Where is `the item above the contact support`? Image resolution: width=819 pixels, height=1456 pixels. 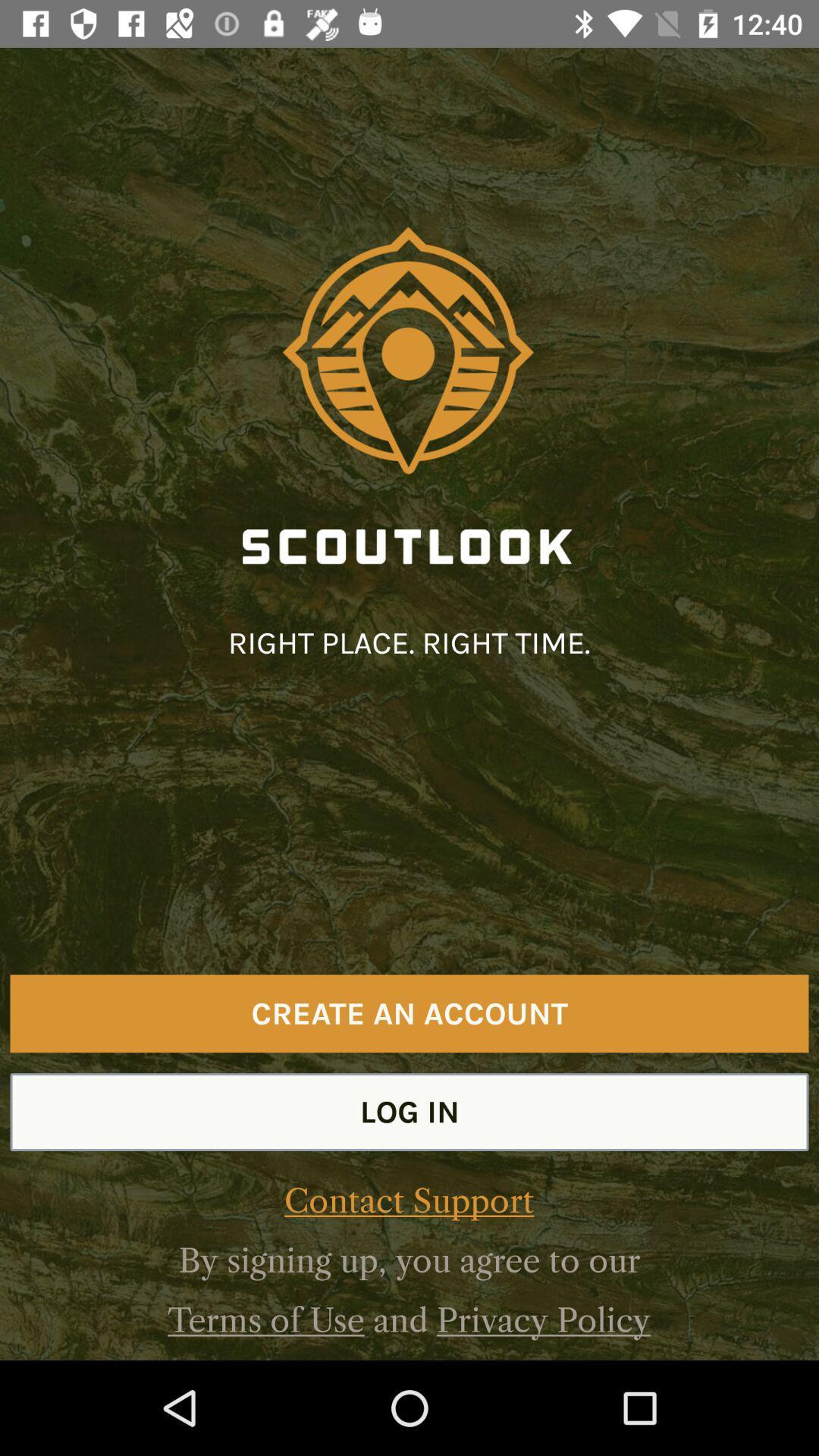 the item above the contact support is located at coordinates (409, 1112).